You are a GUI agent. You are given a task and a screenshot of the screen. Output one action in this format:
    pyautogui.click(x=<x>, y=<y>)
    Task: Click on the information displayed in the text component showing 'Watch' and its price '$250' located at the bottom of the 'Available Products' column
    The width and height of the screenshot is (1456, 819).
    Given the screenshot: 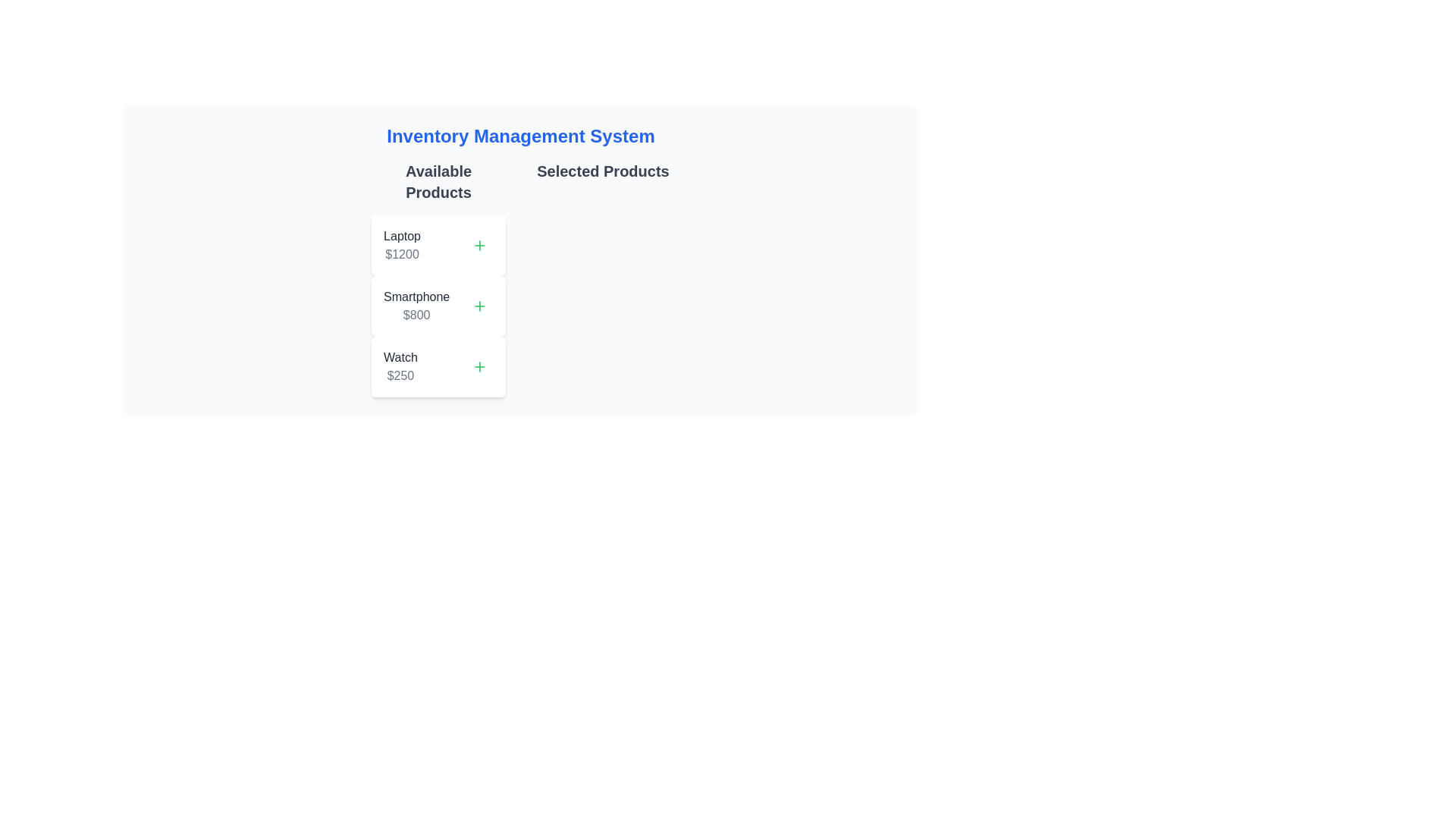 What is the action you would take?
    pyautogui.click(x=400, y=366)
    